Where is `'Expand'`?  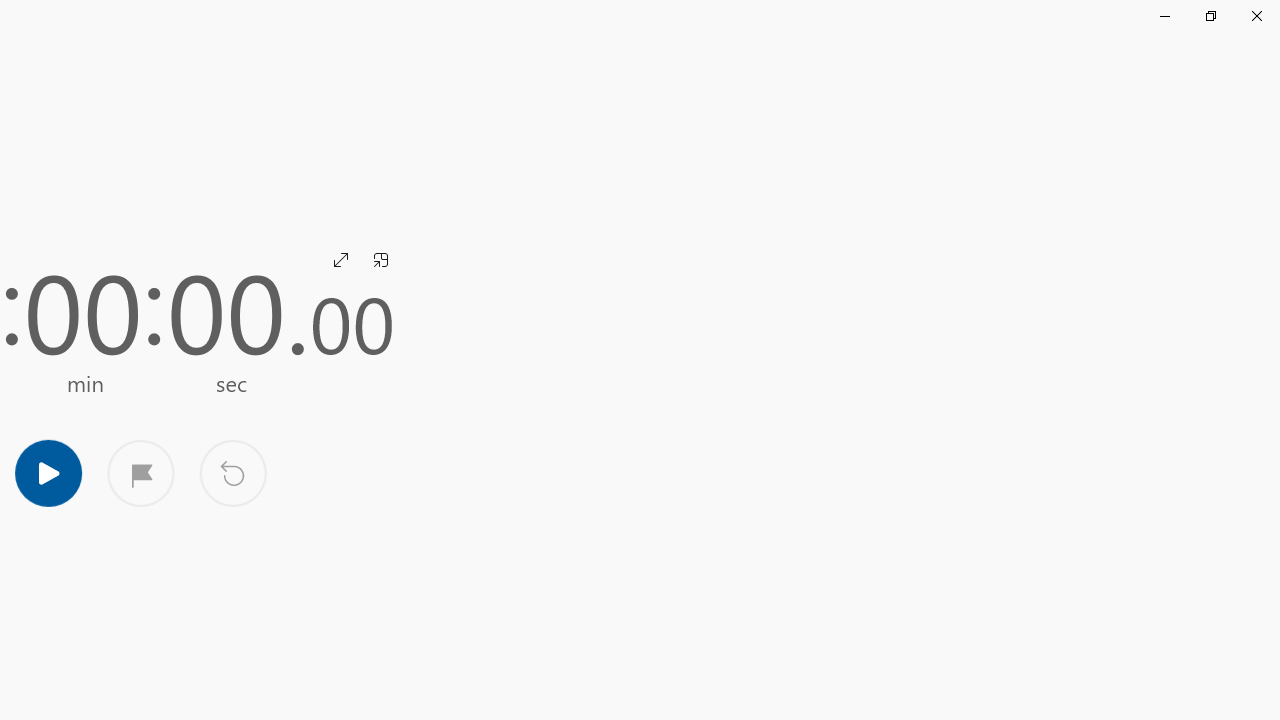
'Expand' is located at coordinates (341, 258).